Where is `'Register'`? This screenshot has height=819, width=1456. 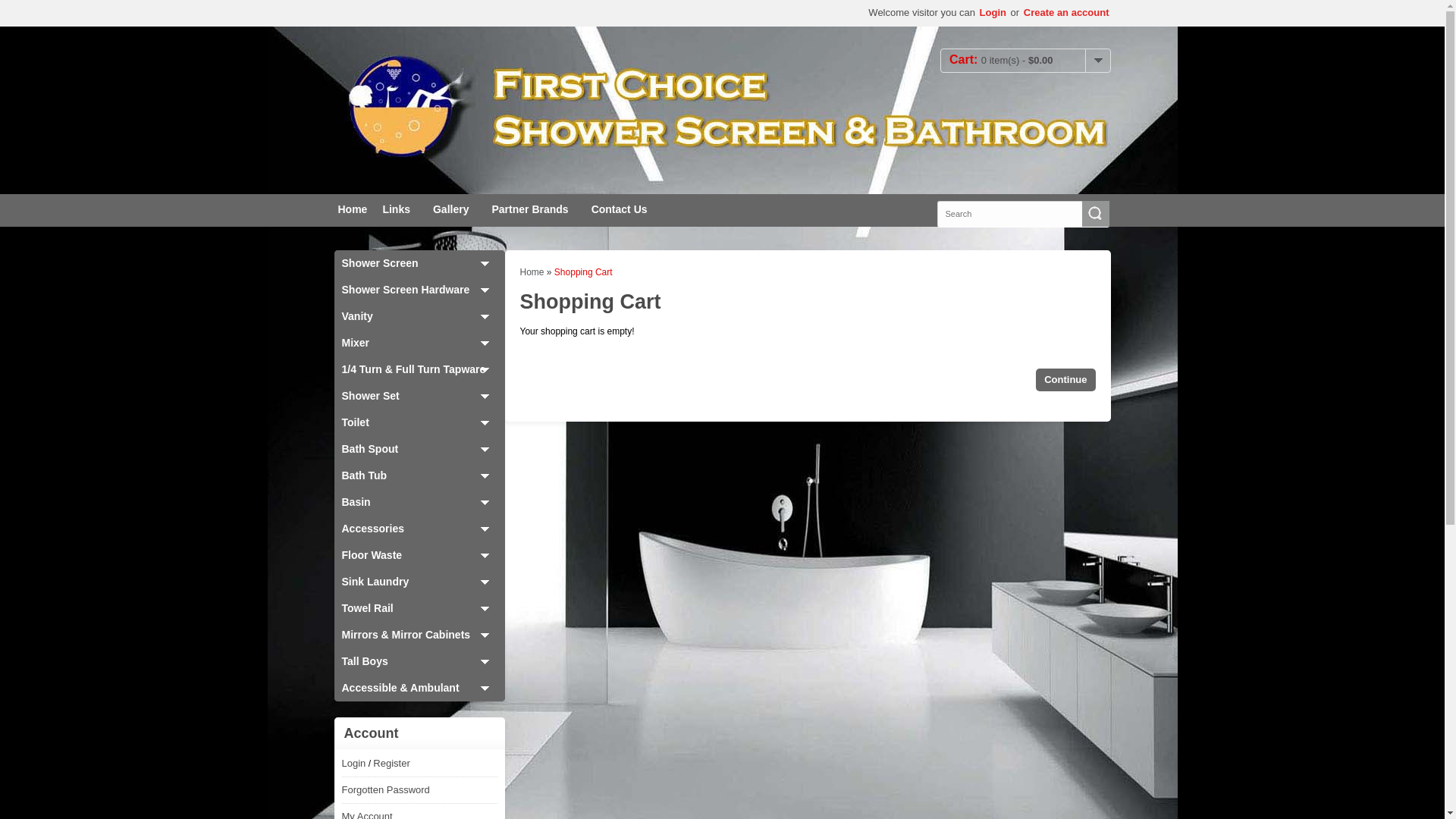 'Register' is located at coordinates (391, 763).